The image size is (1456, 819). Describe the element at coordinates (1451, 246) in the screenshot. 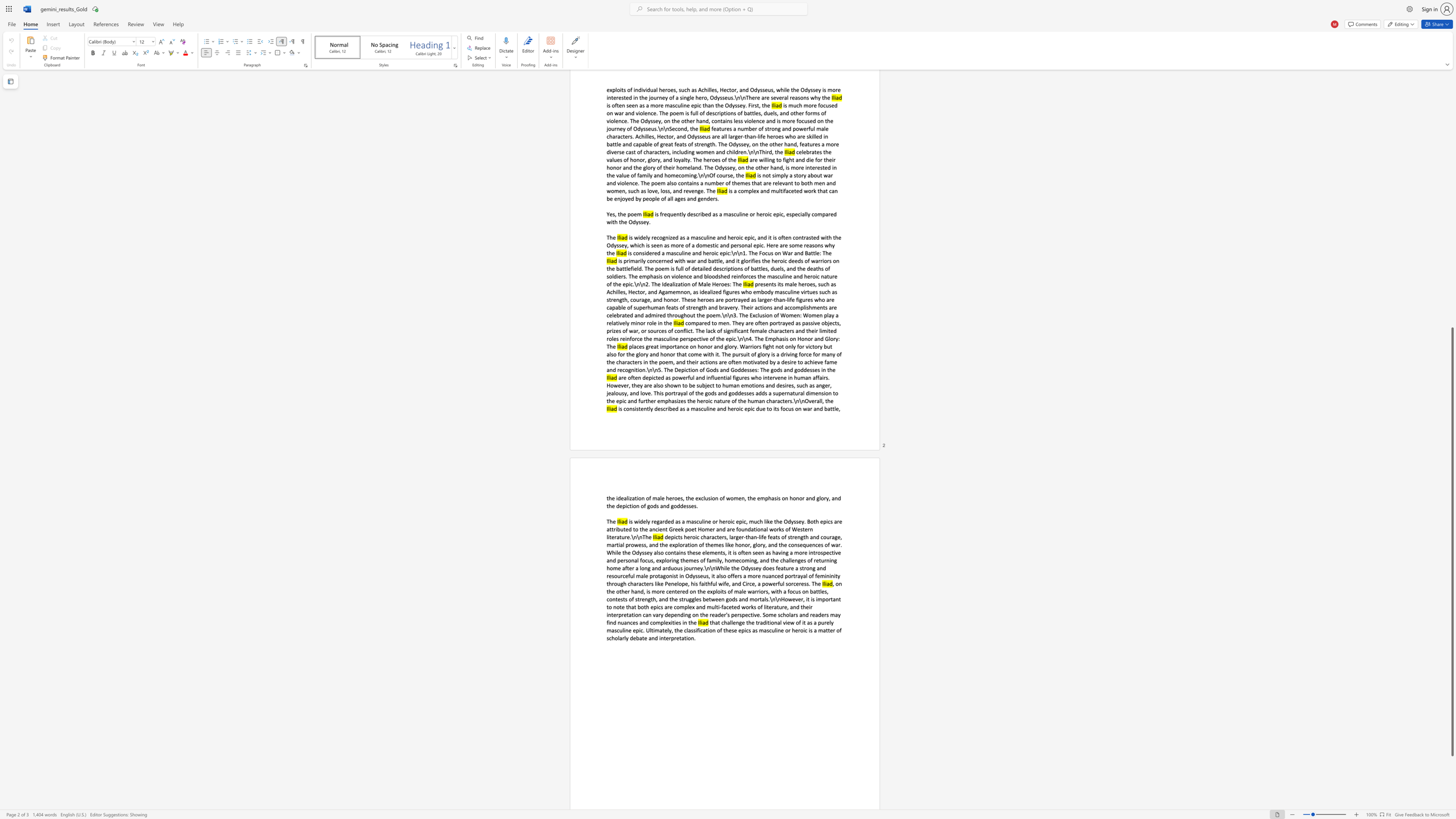

I see `the scrollbar to move the content higher` at that location.